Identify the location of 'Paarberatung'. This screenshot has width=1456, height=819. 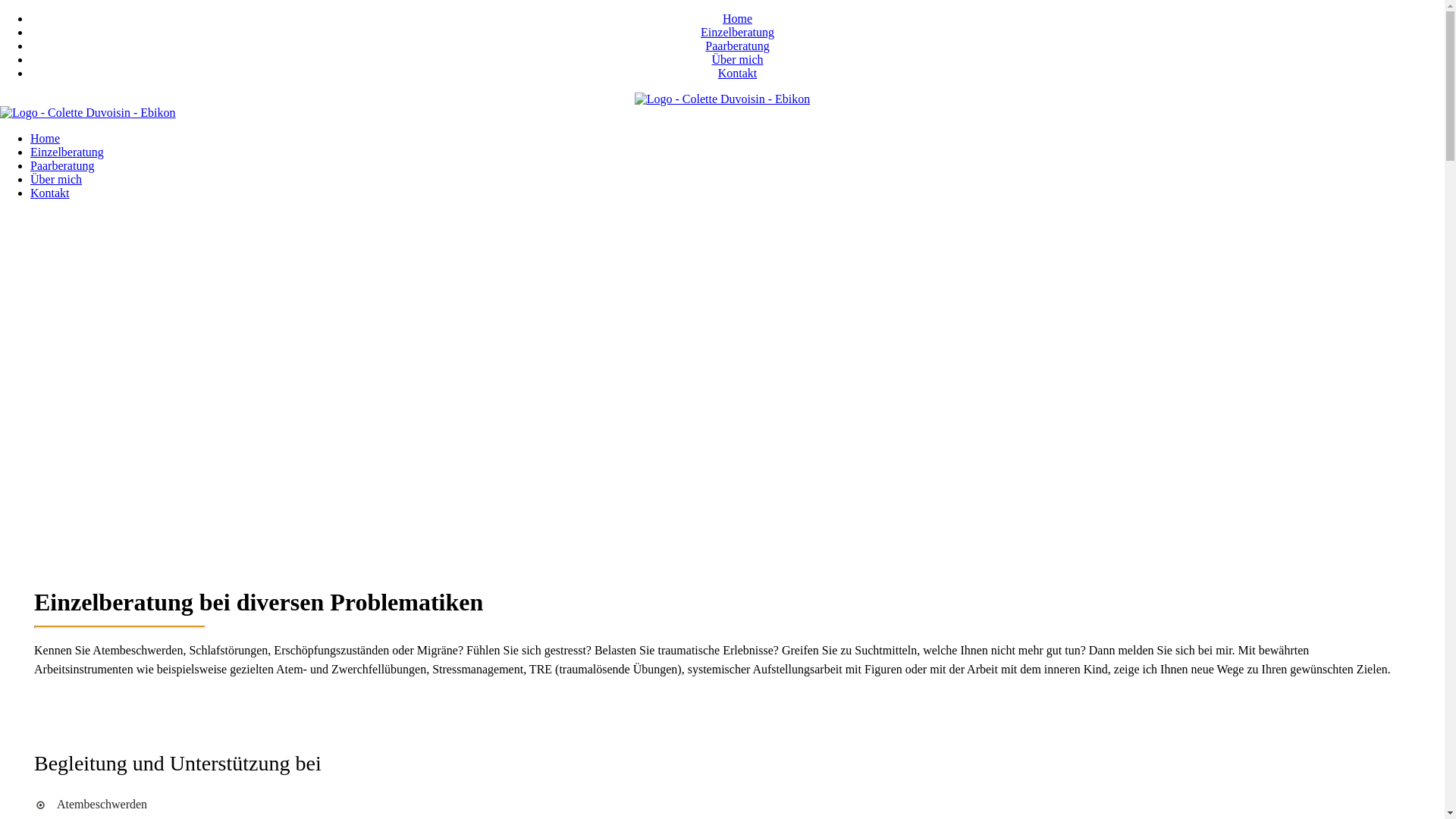
(736, 45).